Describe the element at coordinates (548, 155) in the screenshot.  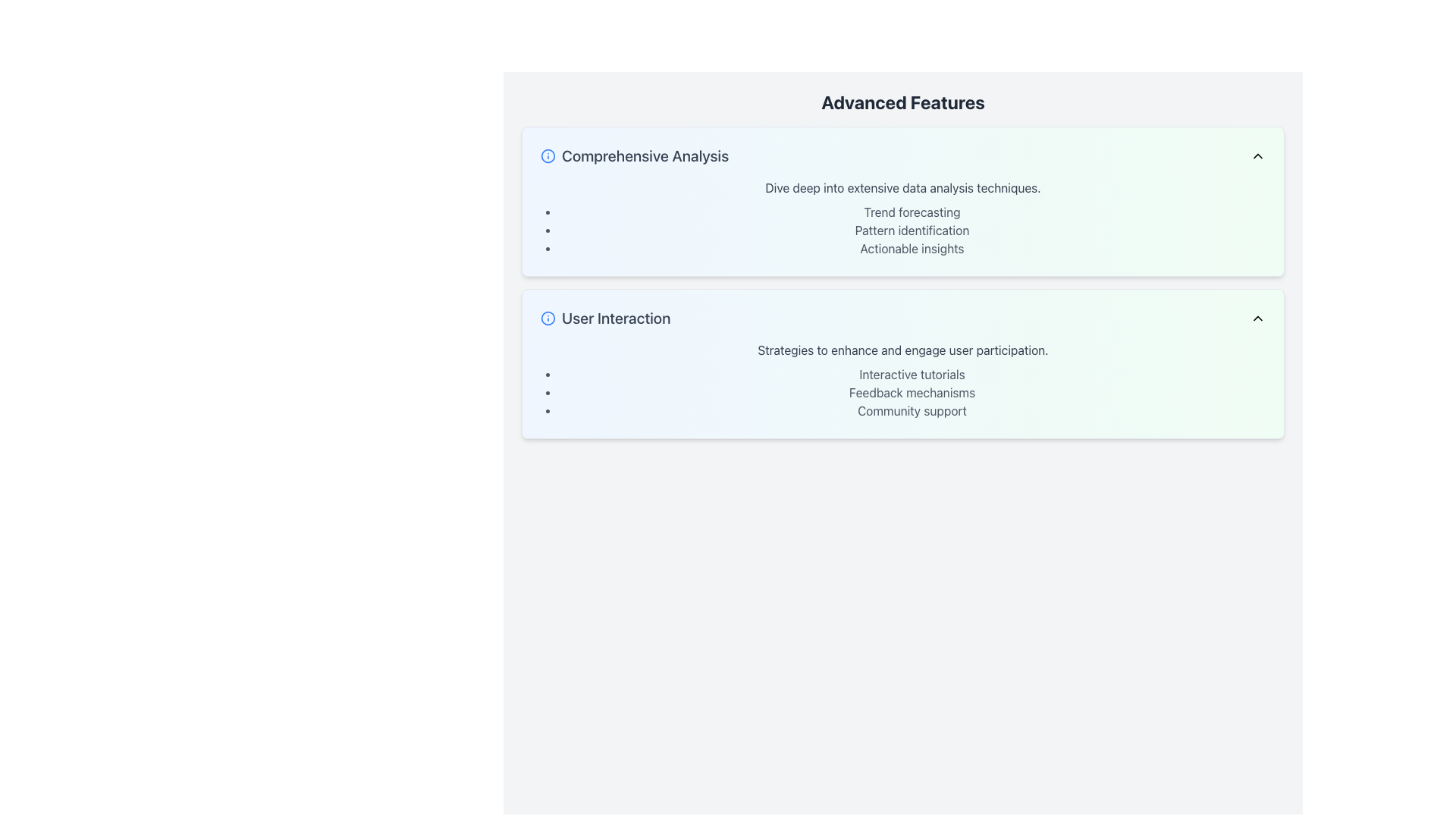
I see `the Icon that indicates the availability of additional information about the 'Comprehensive Analysis' section, located at the top-left corner of the highlighted subsection within the 'Advanced Features' layout` at that location.